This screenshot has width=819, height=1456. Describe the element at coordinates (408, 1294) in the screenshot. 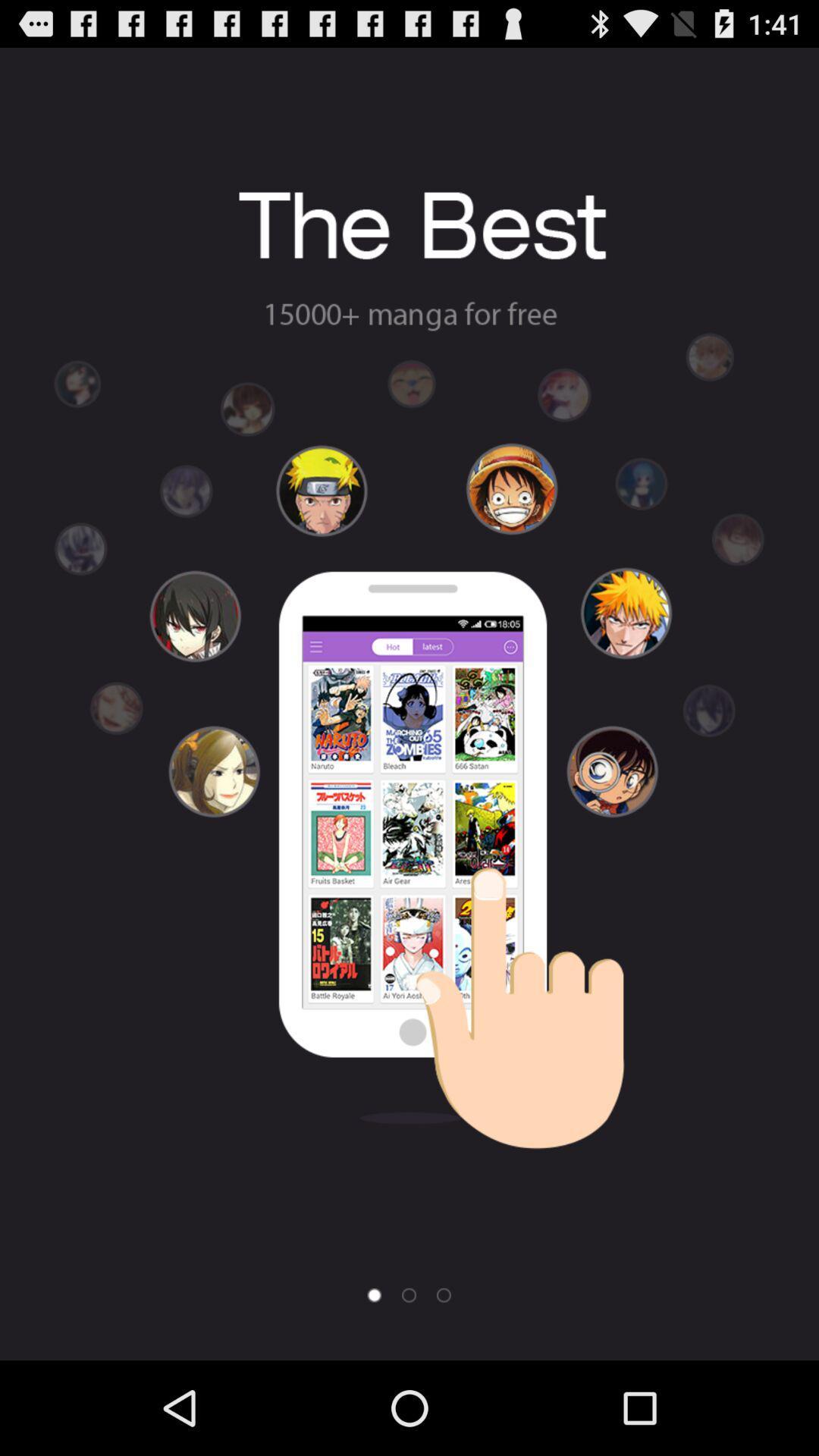

I see `next page` at that location.